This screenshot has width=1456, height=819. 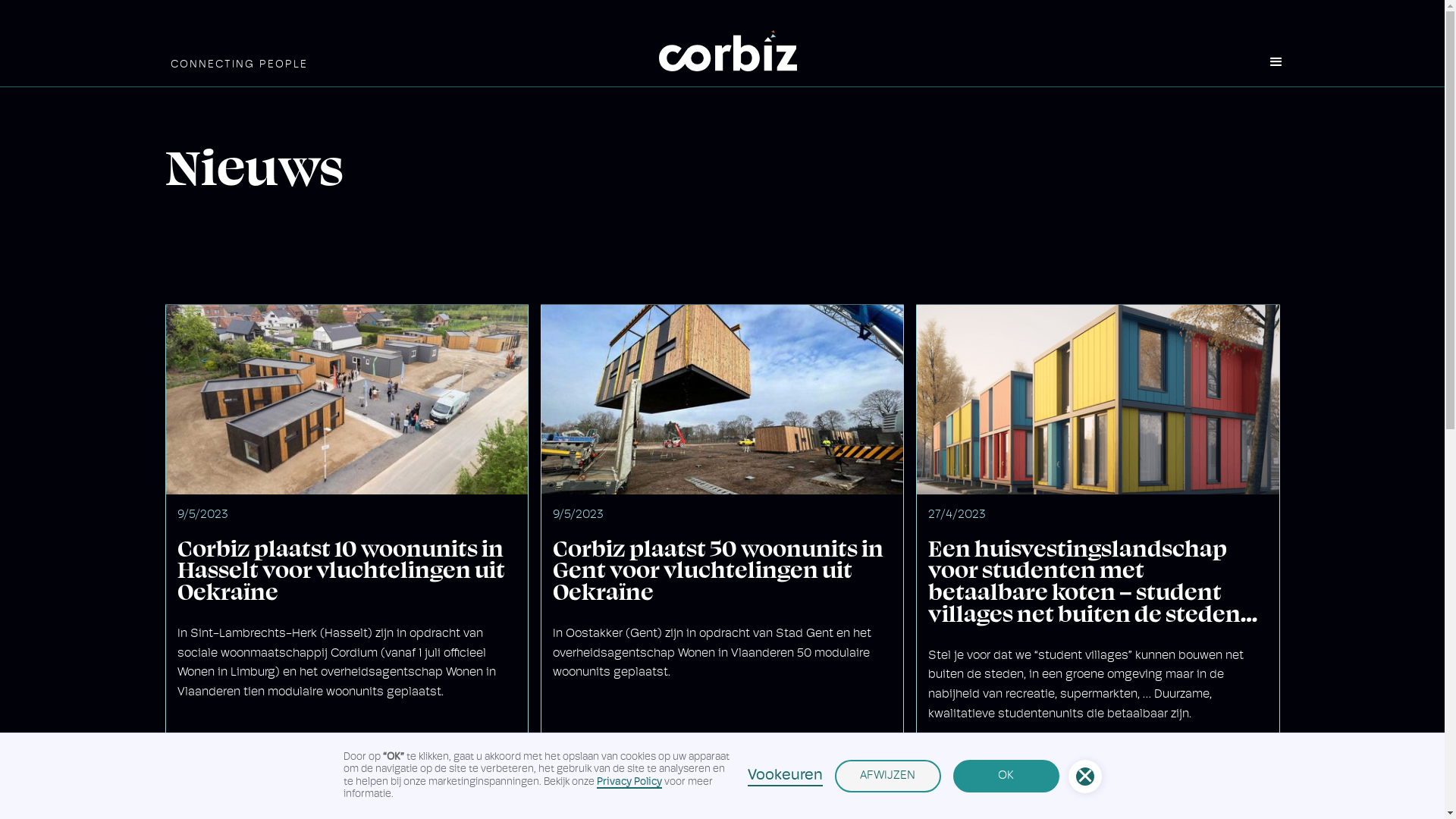 I want to click on 'Privacy Policy', so click(x=629, y=782).